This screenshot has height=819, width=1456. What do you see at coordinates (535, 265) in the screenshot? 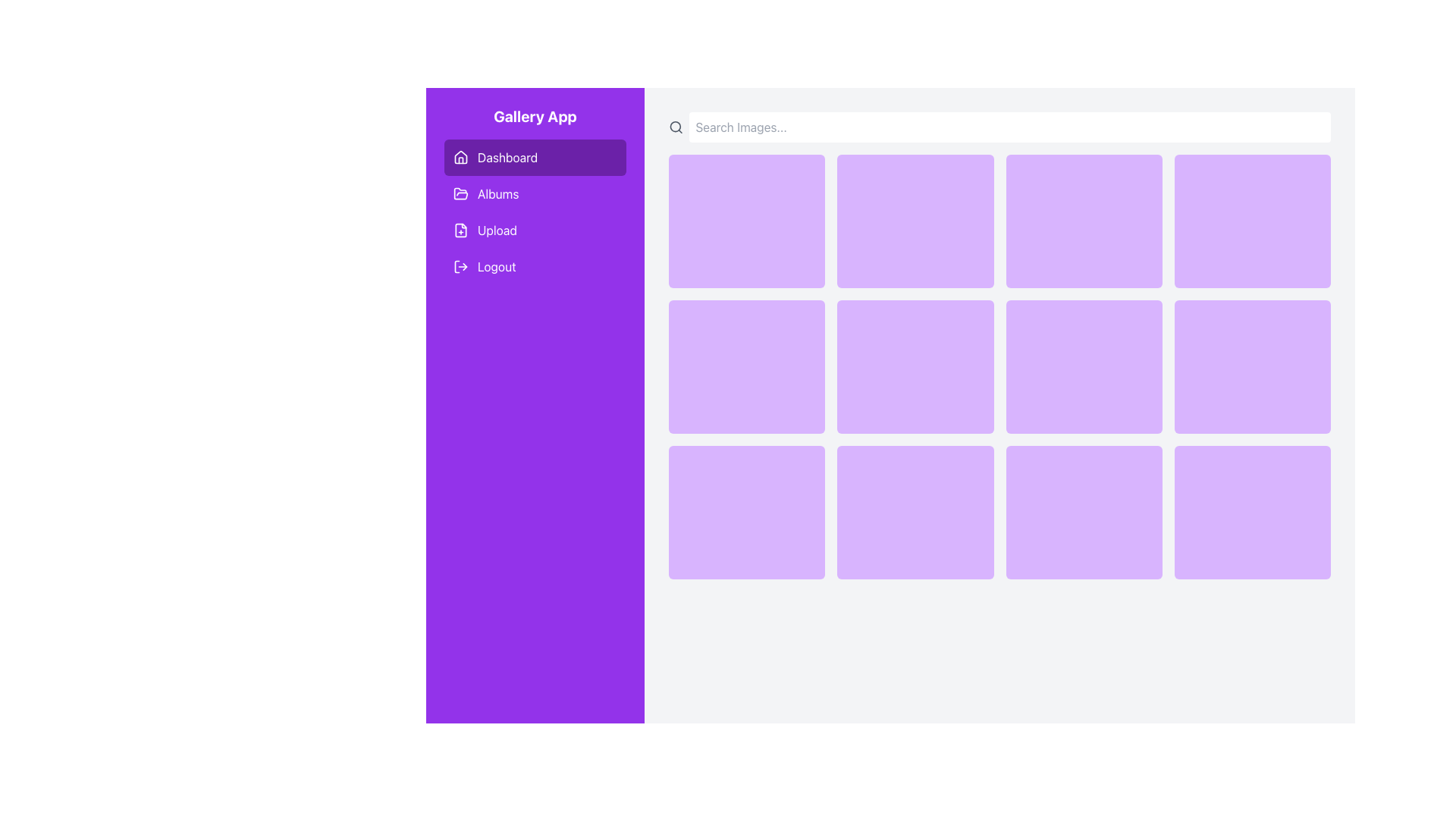
I see `the logout button, which is the fourth item in the vertical list of menu options on the left sidebar, located below the 'Upload' button` at bounding box center [535, 265].